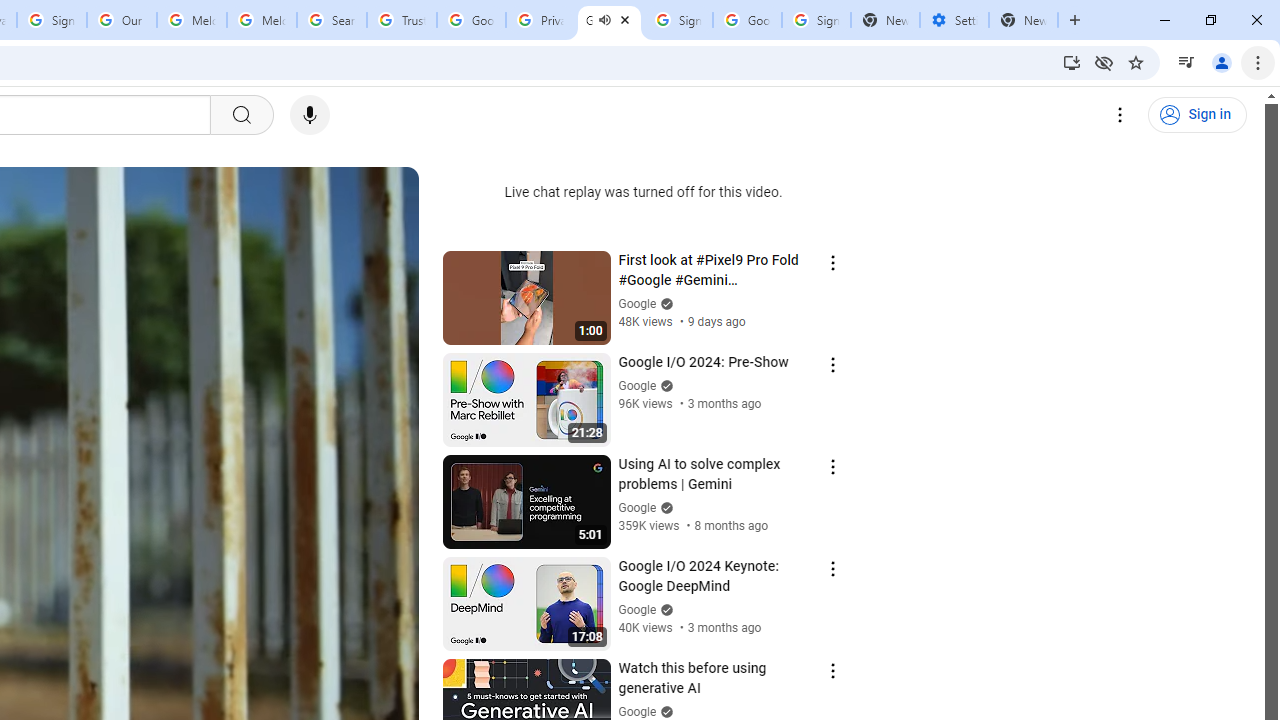 The image size is (1280, 720). Describe the element at coordinates (308, 115) in the screenshot. I see `'Search with your voice'` at that location.